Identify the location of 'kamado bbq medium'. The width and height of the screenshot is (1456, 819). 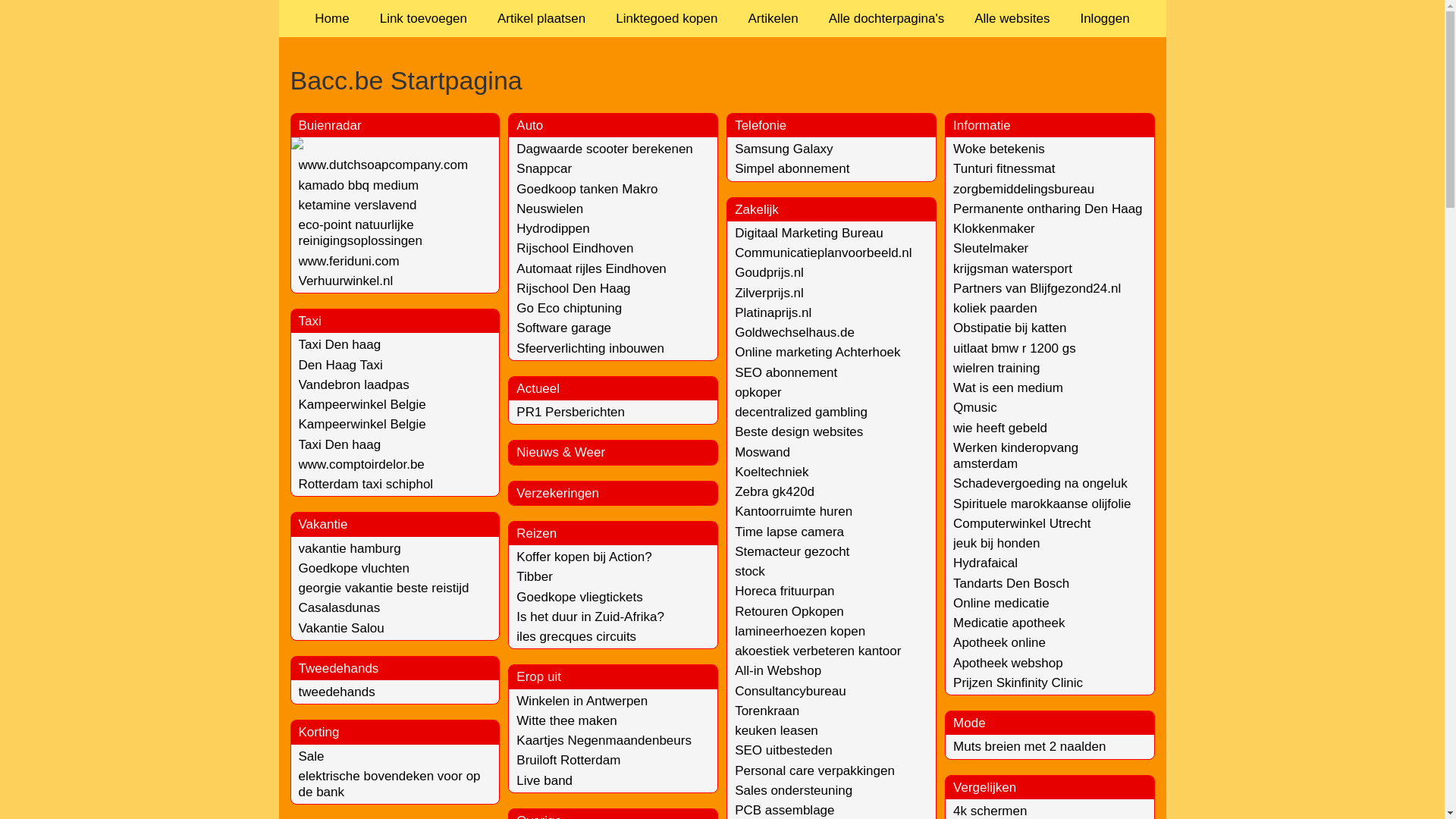
(358, 184).